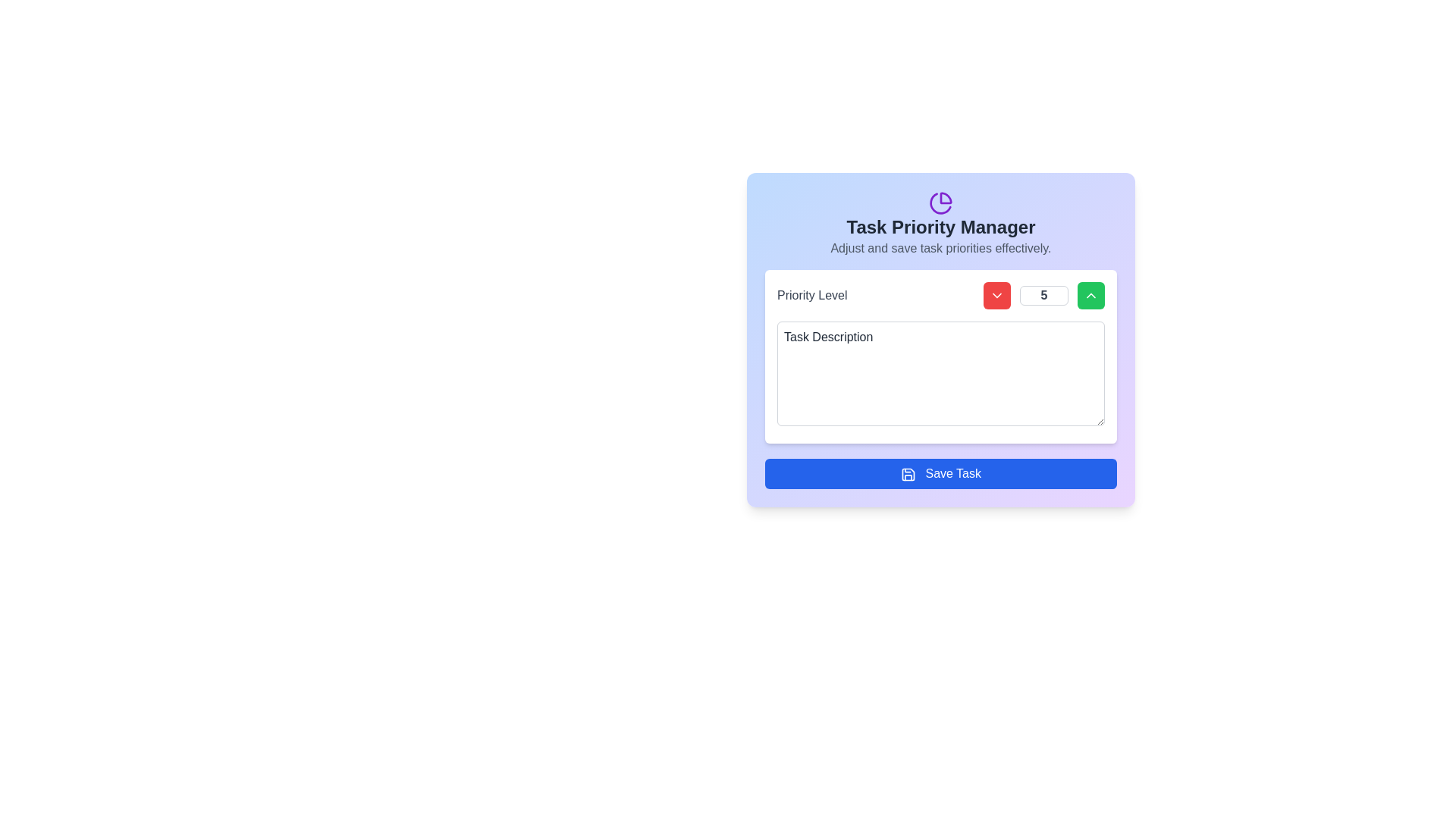 This screenshot has width=1456, height=819. Describe the element at coordinates (1043, 295) in the screenshot. I see `the text box of the priority level adjustment component` at that location.